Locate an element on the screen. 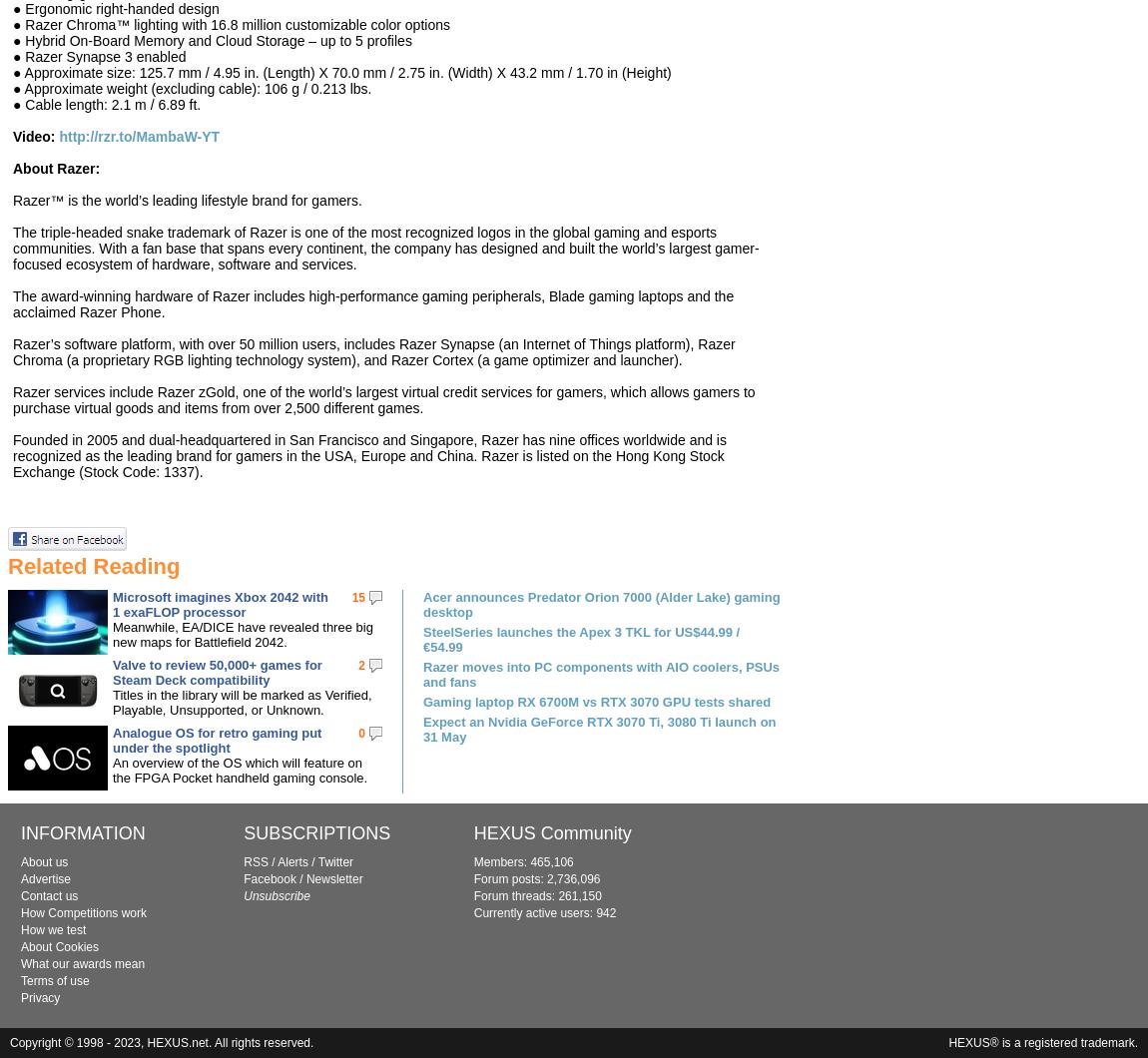 The width and height of the screenshot is (1148, 1058). 'INFORMATION' is located at coordinates (20, 832).